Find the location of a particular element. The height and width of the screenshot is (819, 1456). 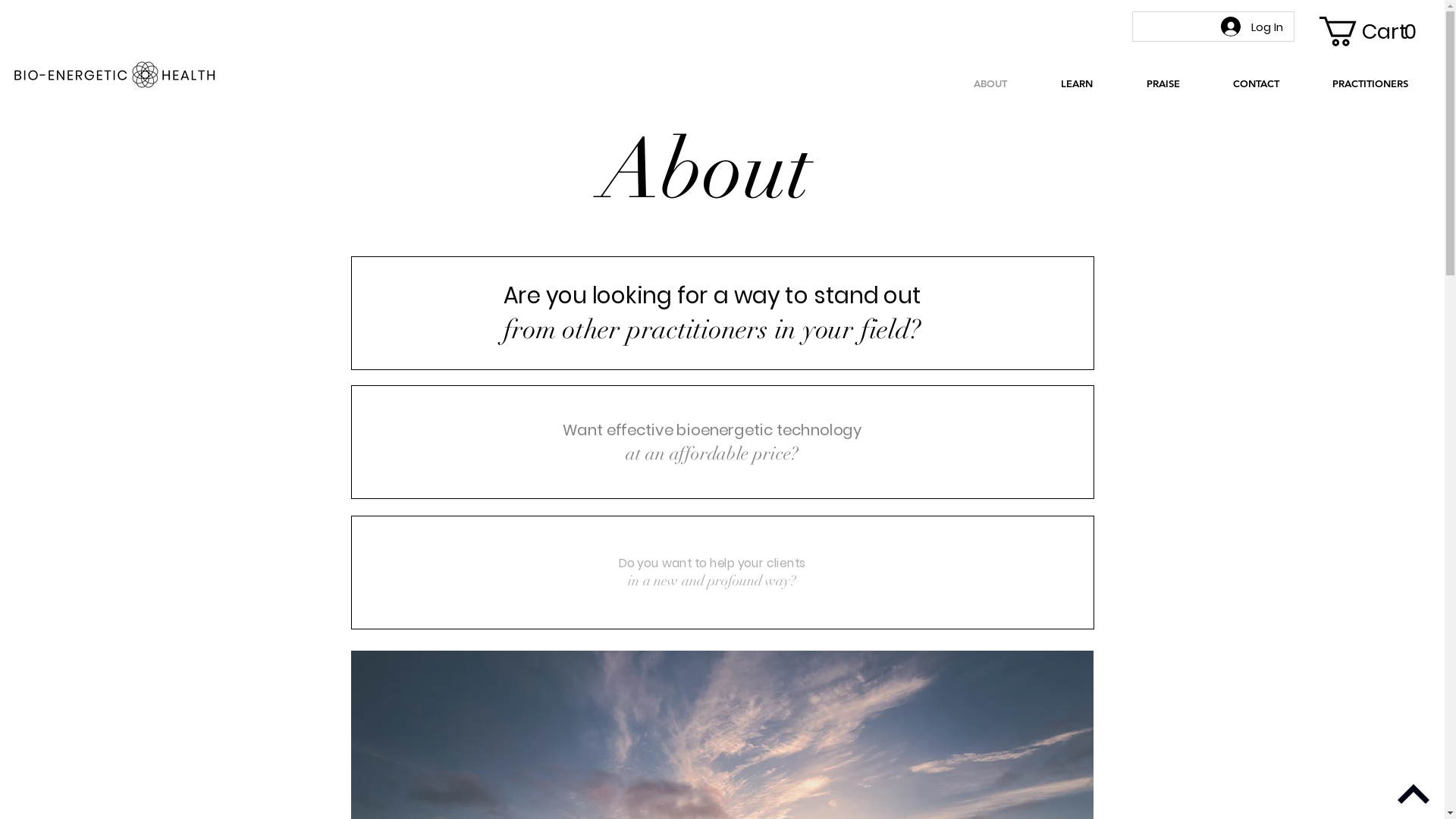

'Log In' is located at coordinates (1252, 26).